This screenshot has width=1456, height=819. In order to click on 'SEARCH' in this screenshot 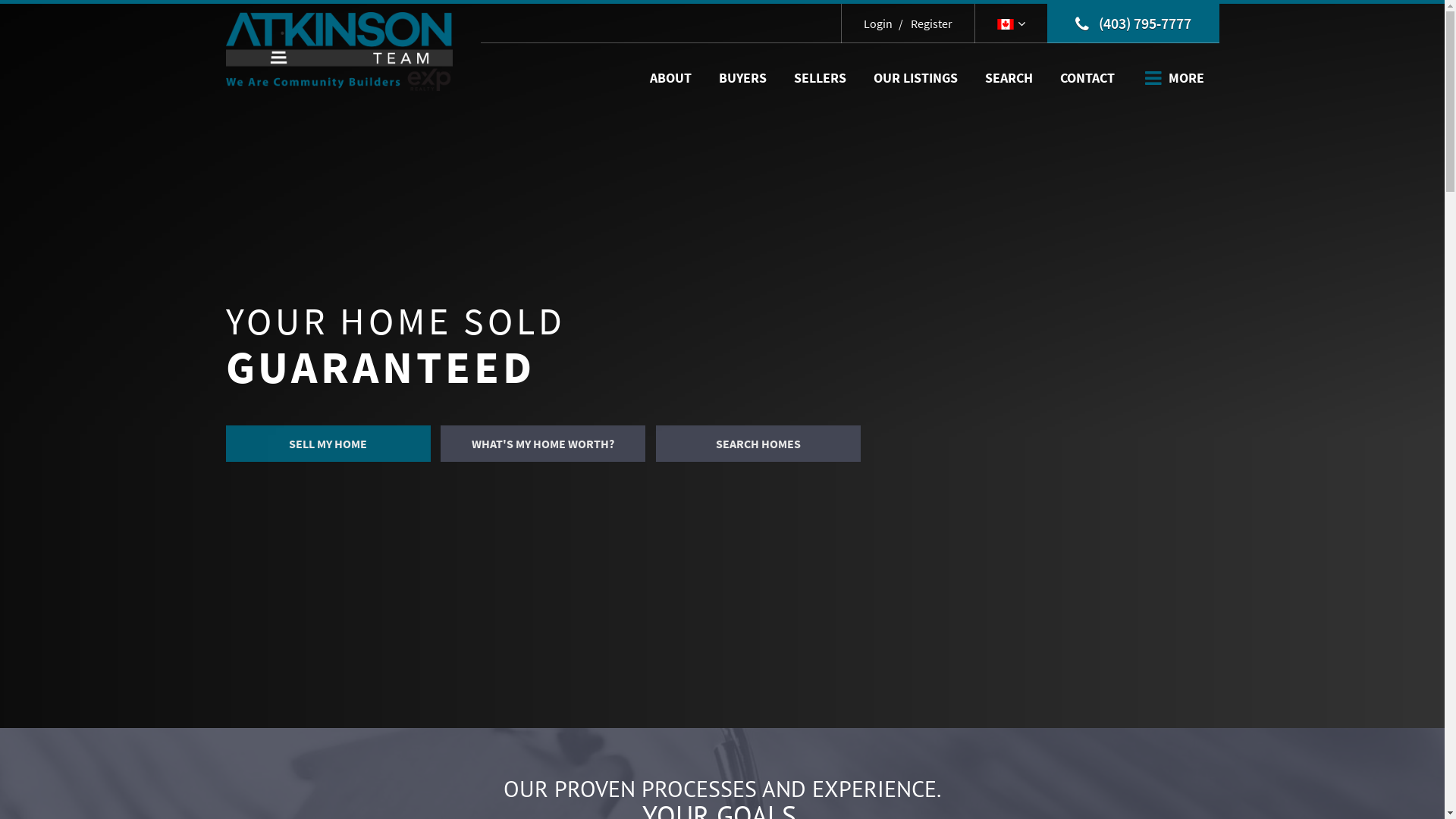, I will do `click(1008, 78)`.